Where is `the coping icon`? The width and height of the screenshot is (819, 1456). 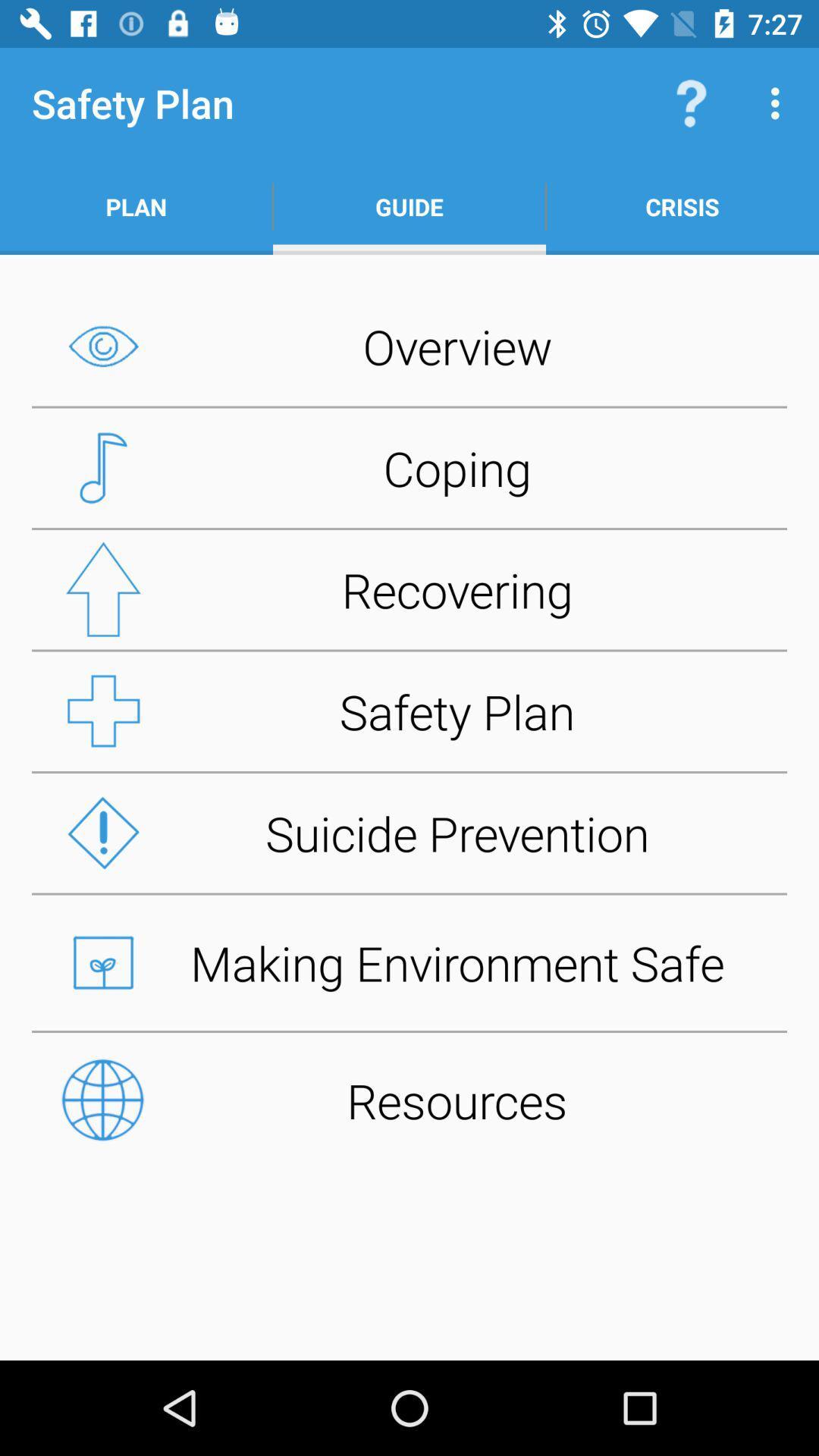
the coping icon is located at coordinates (409, 467).